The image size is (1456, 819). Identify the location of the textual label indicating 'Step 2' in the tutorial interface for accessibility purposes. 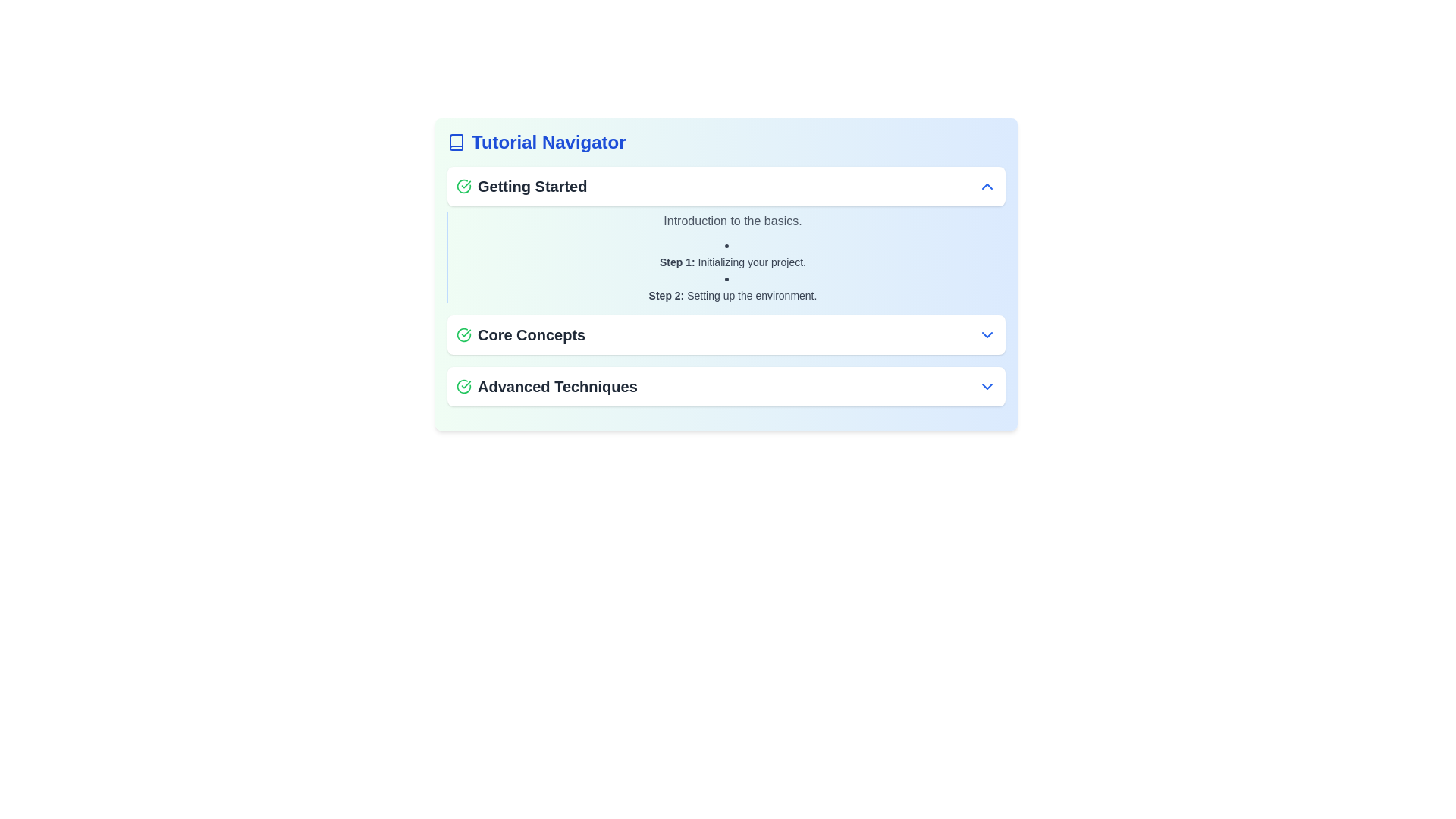
(666, 295).